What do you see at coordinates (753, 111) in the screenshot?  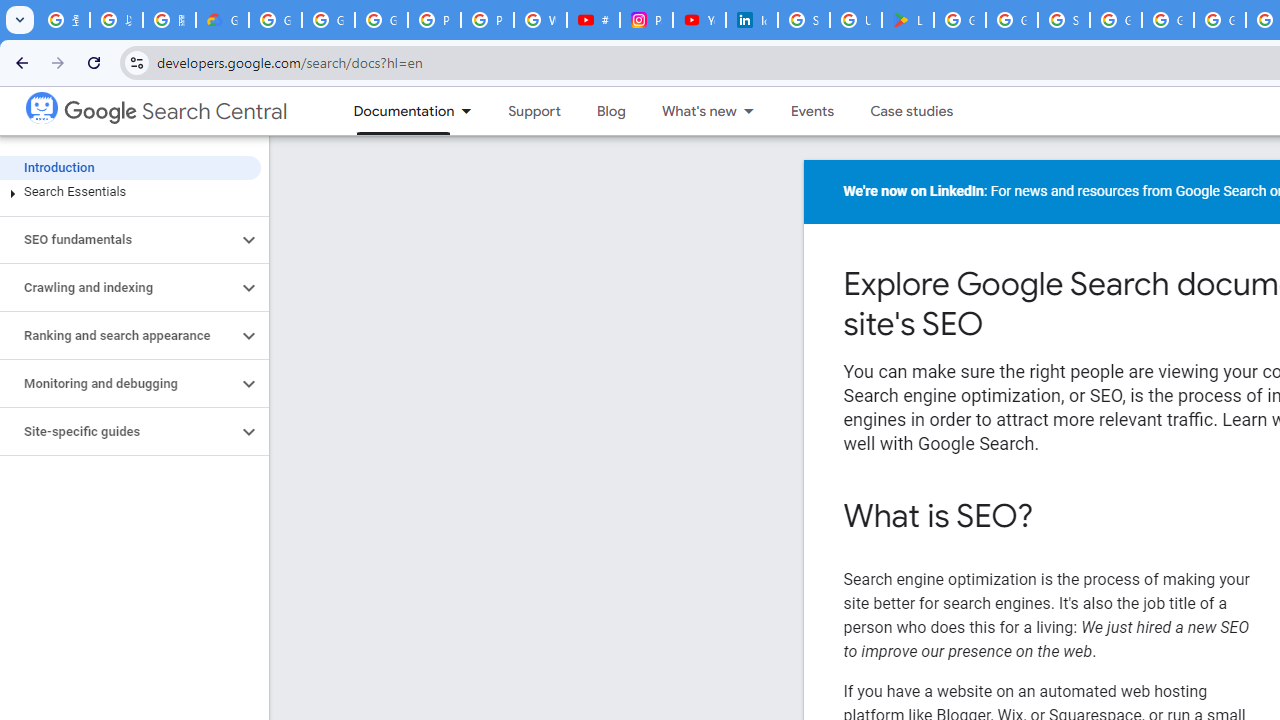 I see `'Dropdown menu for What'` at bounding box center [753, 111].